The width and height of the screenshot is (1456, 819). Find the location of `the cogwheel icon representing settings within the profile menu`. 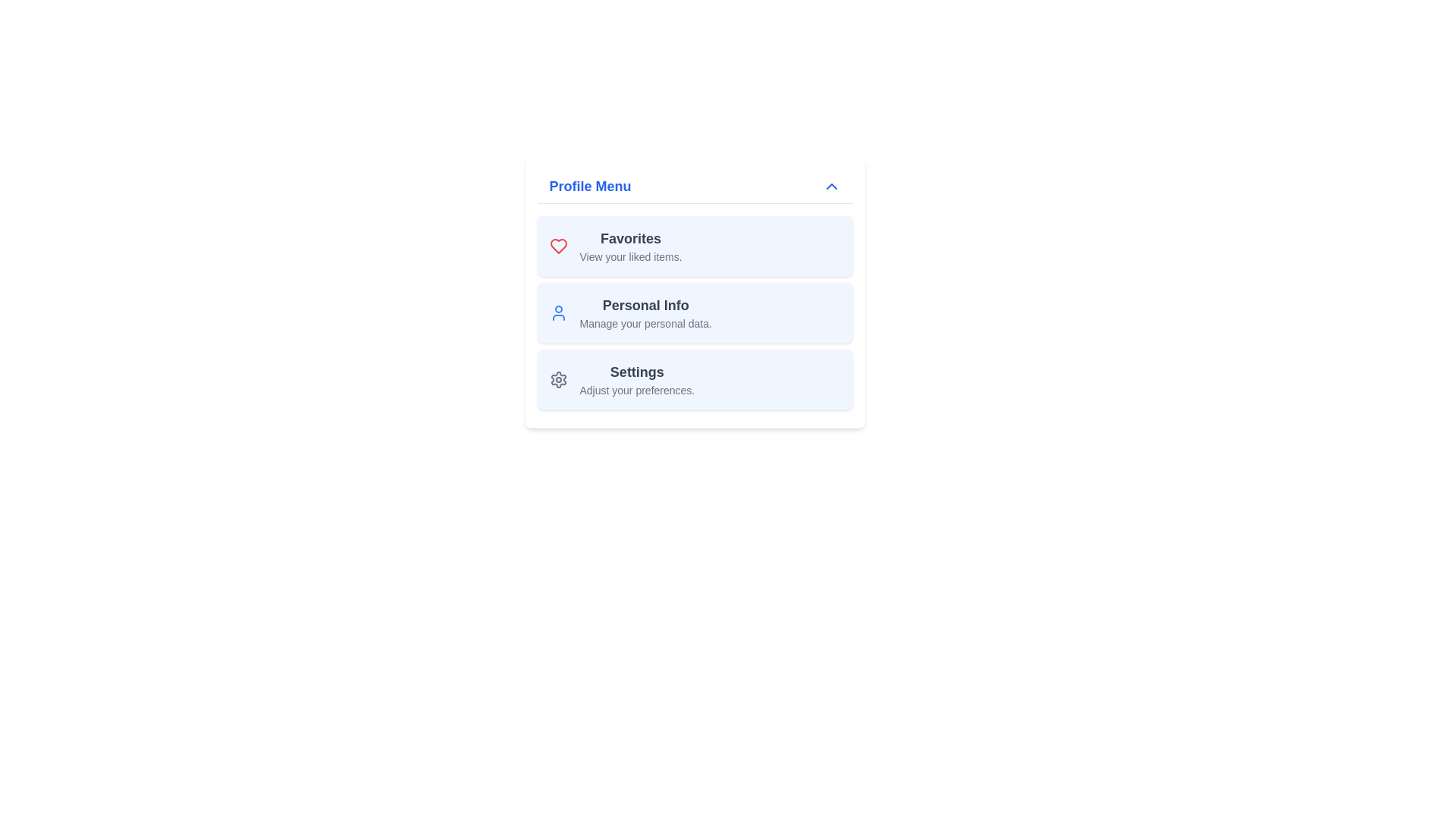

the cogwheel icon representing settings within the profile menu is located at coordinates (557, 379).